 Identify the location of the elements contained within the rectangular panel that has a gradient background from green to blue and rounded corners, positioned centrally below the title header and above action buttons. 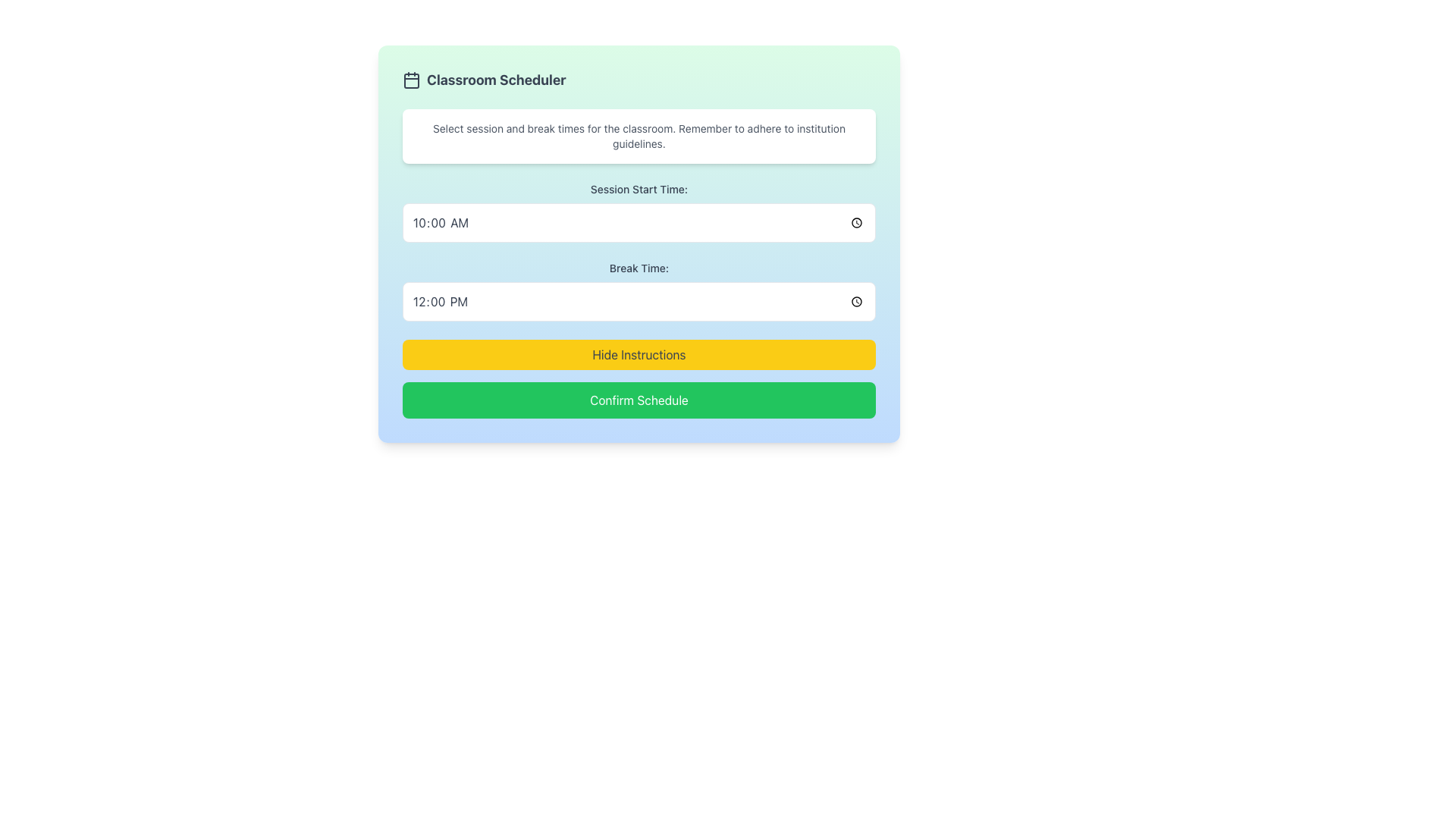
(639, 243).